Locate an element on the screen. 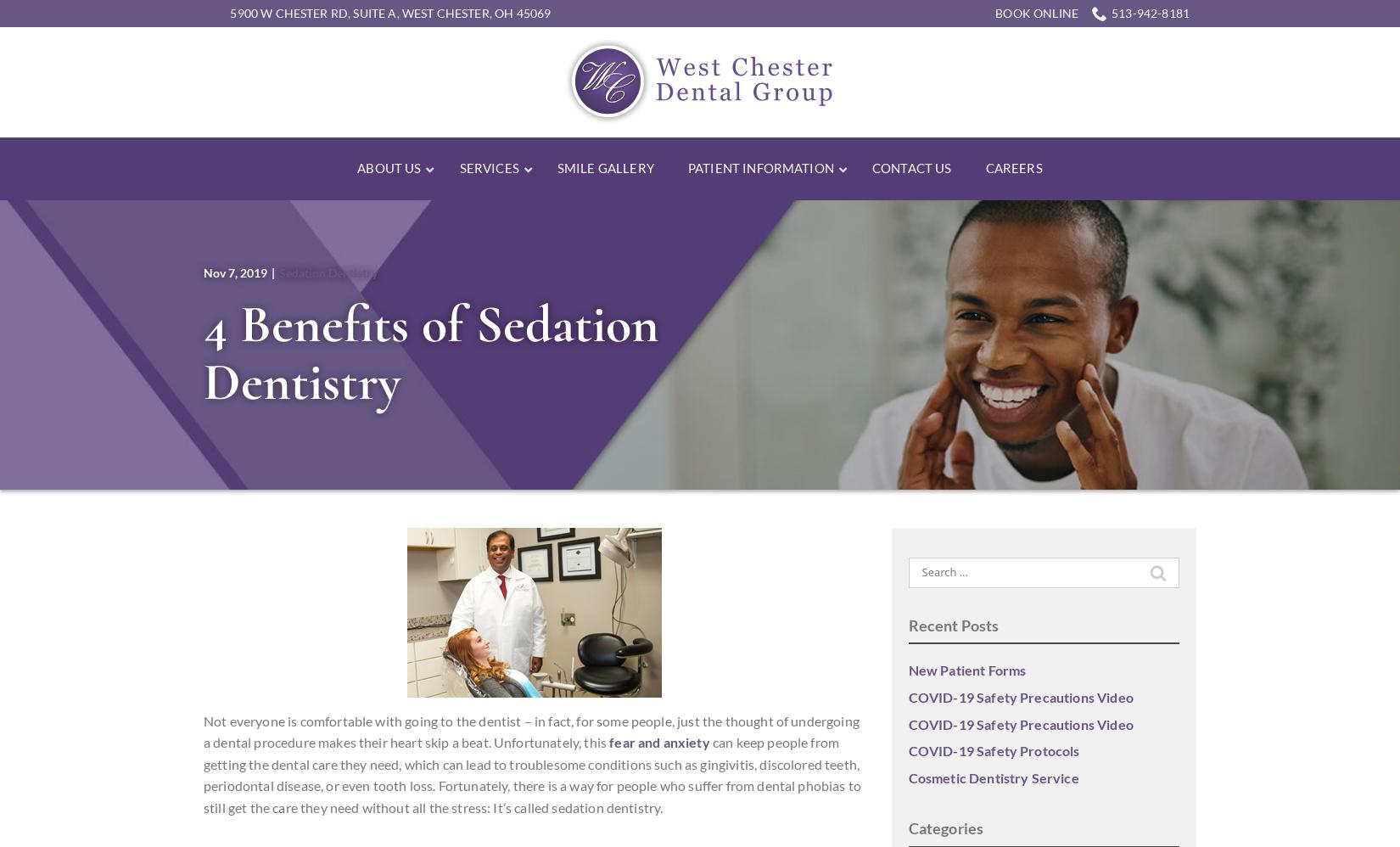 The width and height of the screenshot is (1400, 847). 'Emergency Dentistry' is located at coordinates (569, 226).